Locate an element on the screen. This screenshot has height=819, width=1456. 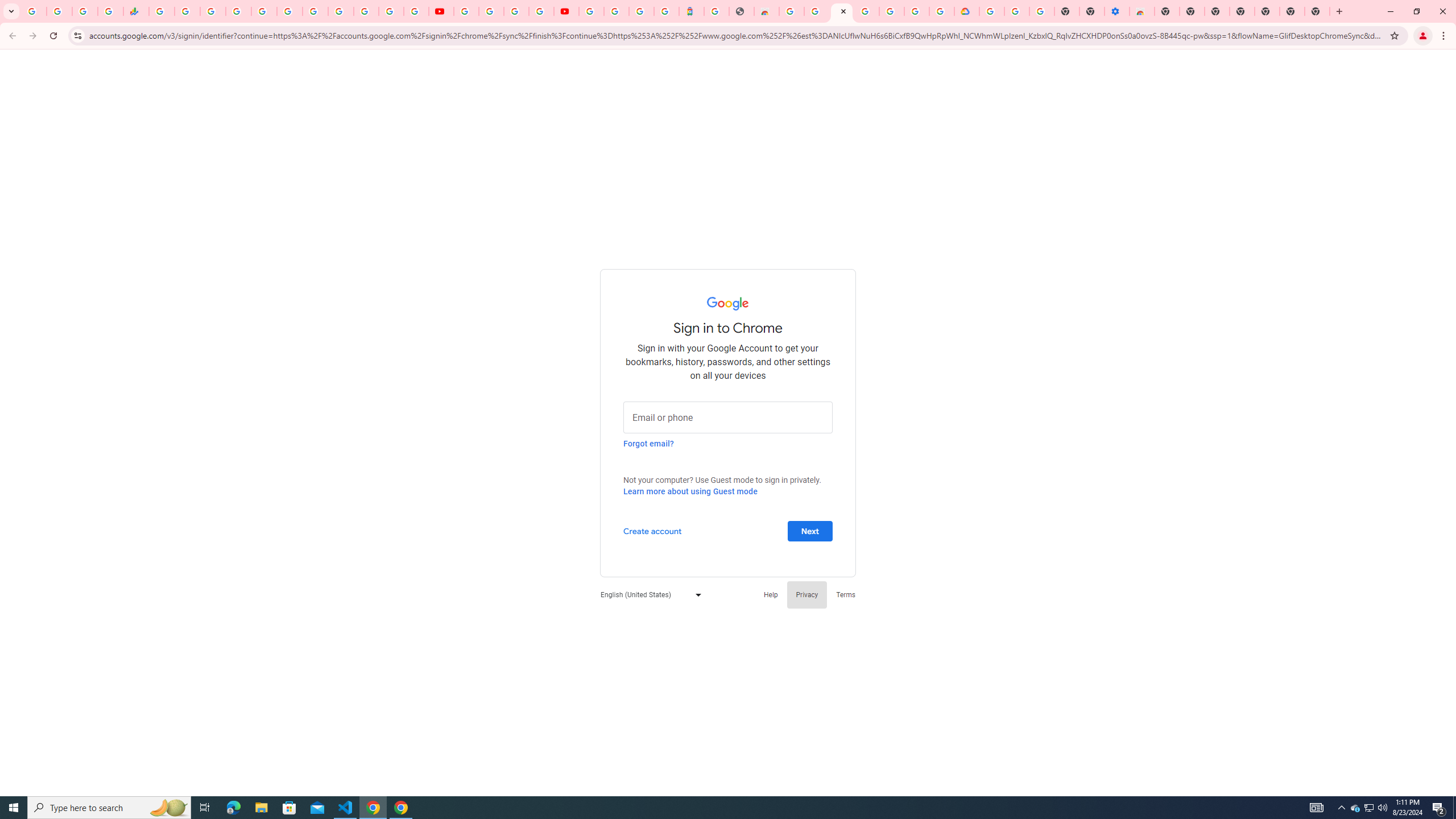
'Content Creator Programs & Opportunities - YouTube Creators' is located at coordinates (565, 11).